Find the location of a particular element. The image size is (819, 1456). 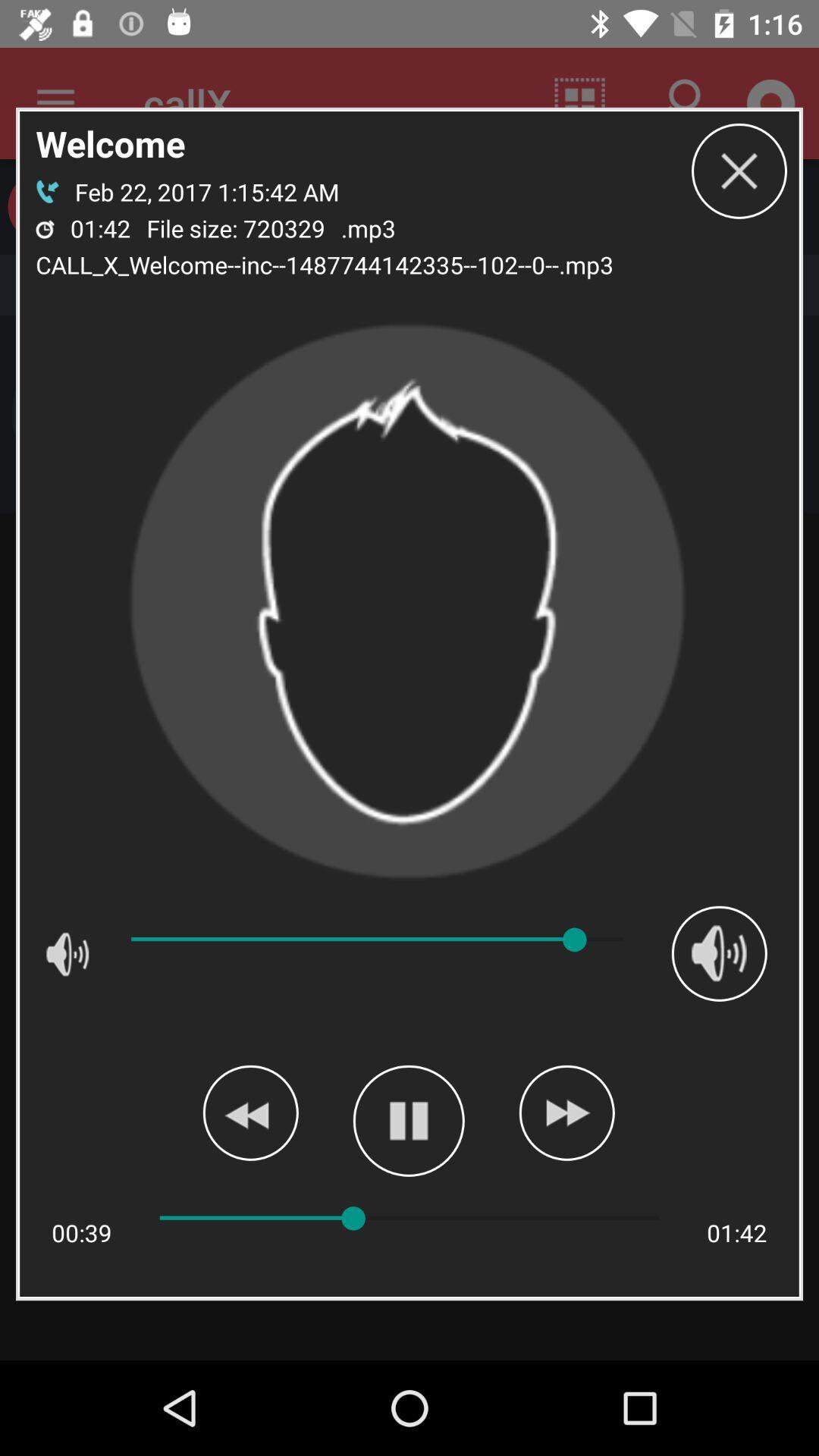

next is located at coordinates (566, 1112).